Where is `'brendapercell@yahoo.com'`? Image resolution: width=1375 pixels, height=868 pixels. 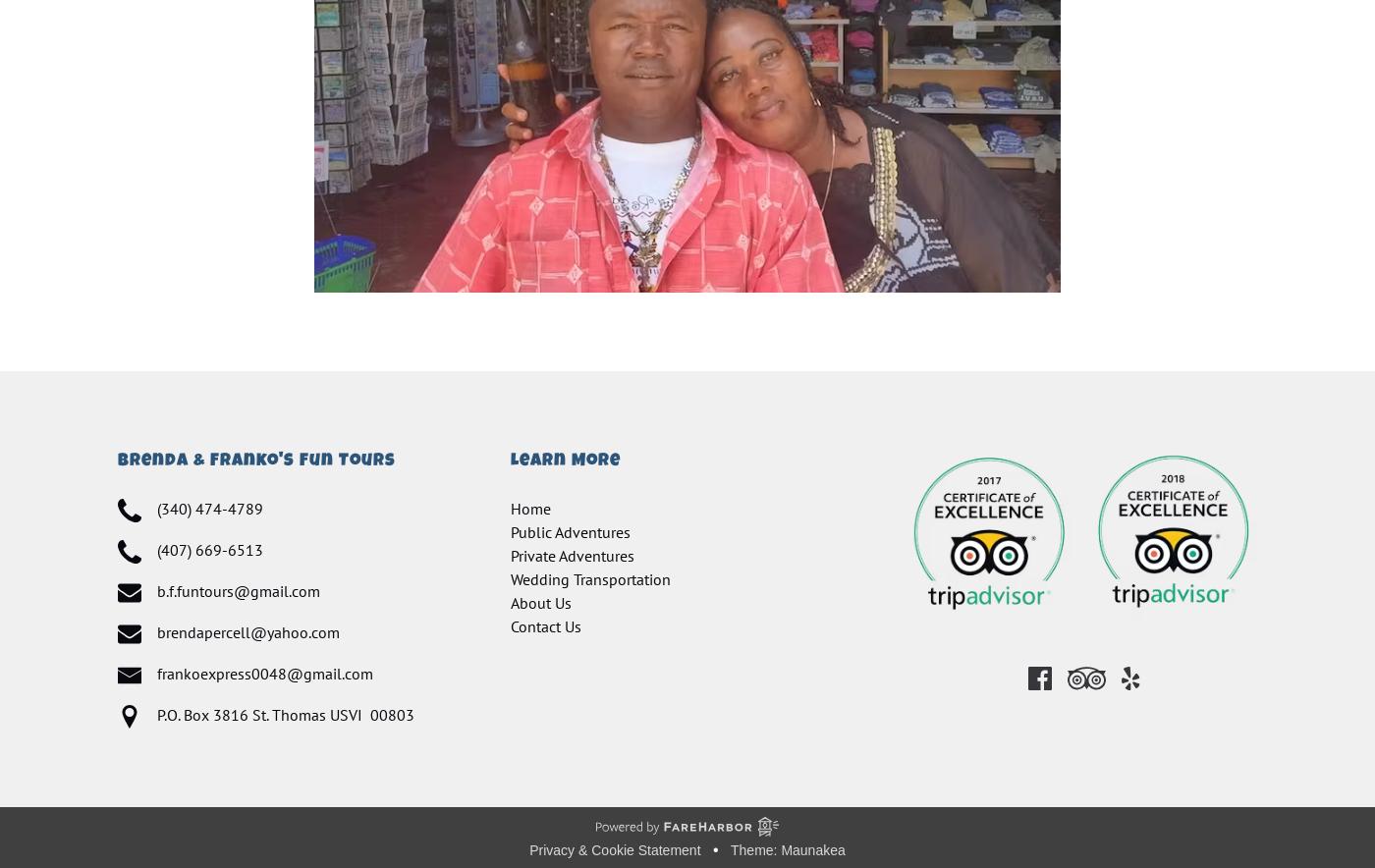 'brendapercell@yahoo.com' is located at coordinates (247, 630).